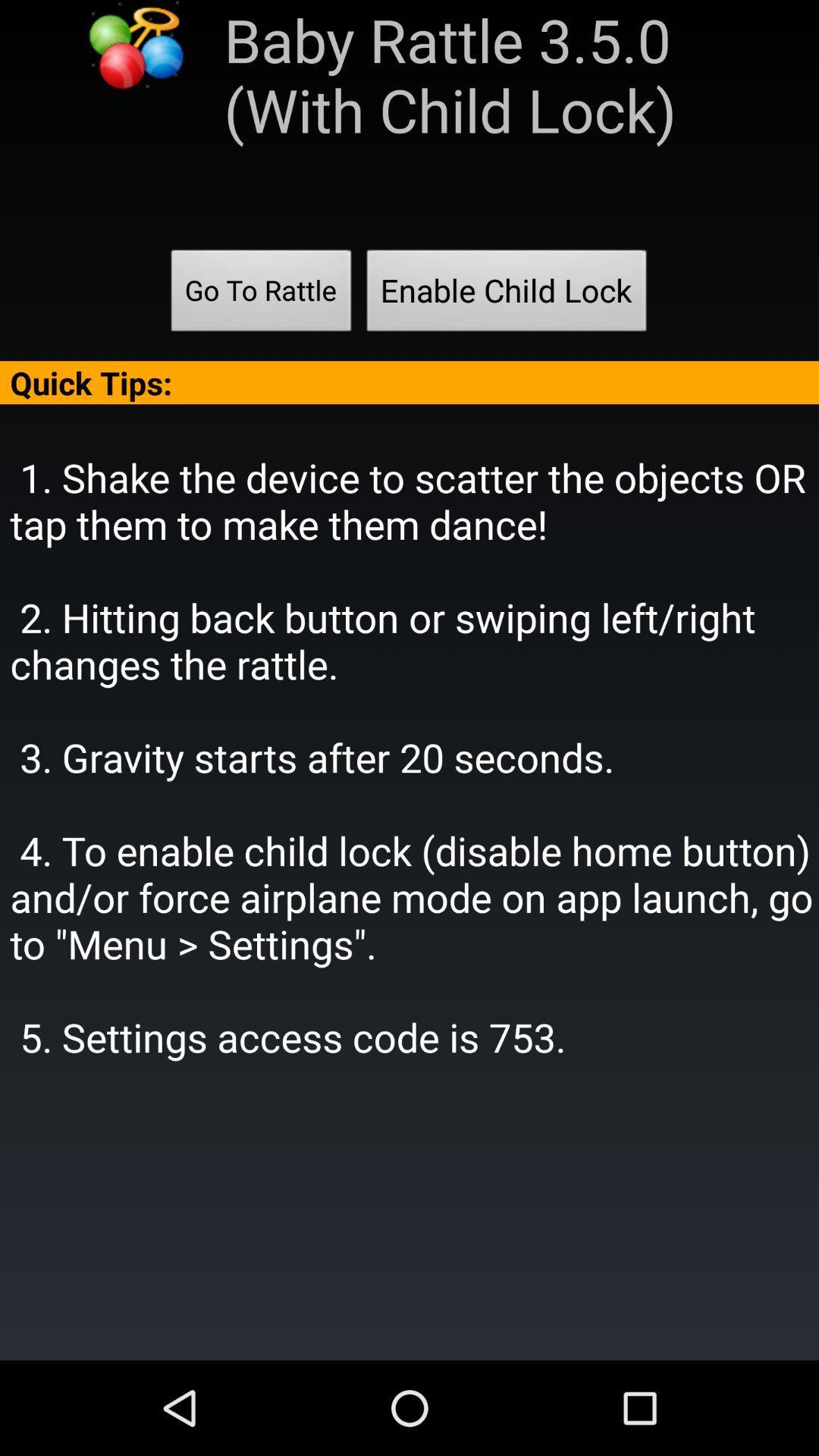 This screenshot has height=1456, width=819. Describe the element at coordinates (260, 295) in the screenshot. I see `the item next to the enable child lock icon` at that location.